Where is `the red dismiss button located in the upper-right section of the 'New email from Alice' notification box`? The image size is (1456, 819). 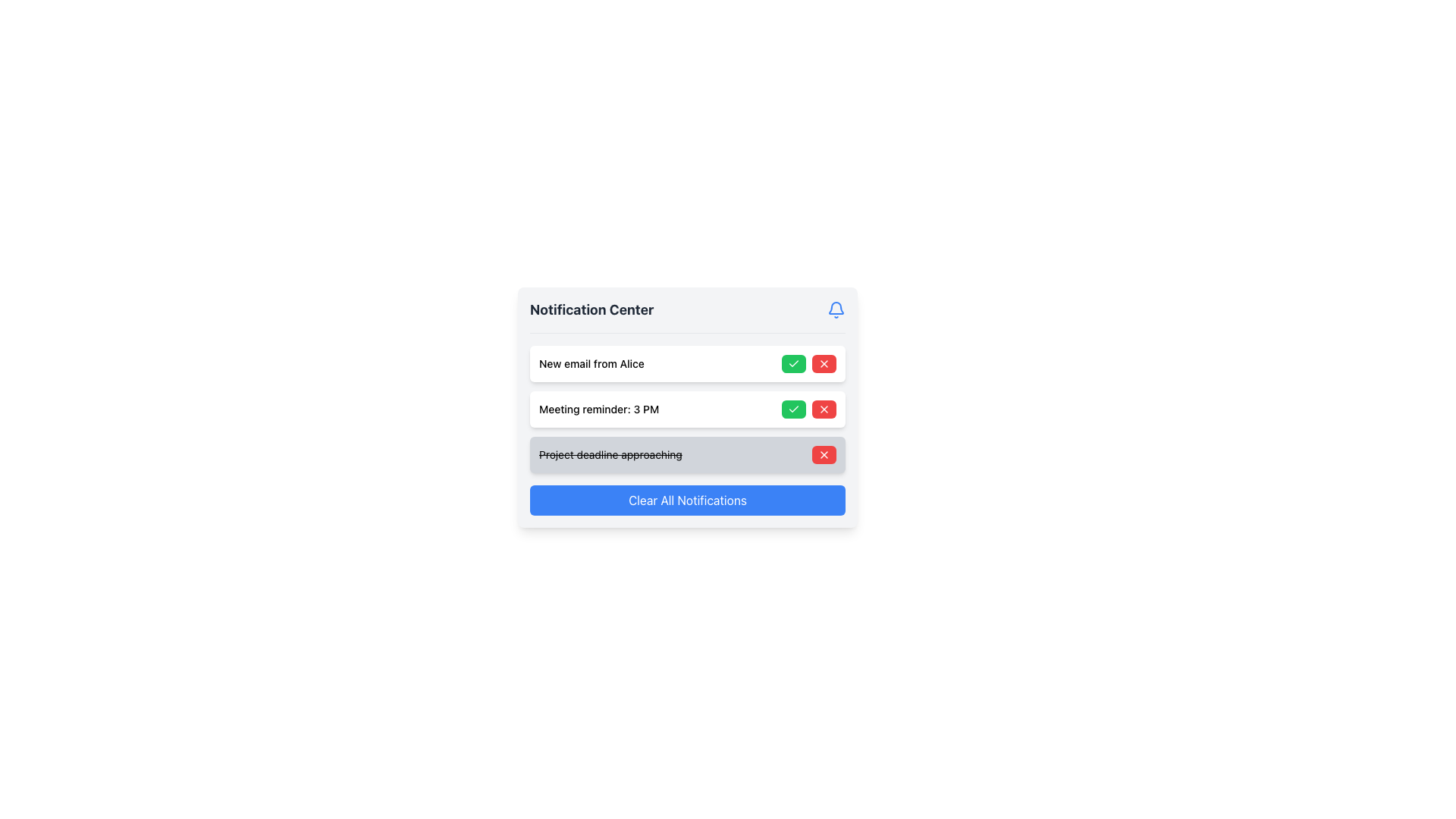
the red dismiss button located in the upper-right section of the 'New email from Alice' notification box is located at coordinates (808, 363).